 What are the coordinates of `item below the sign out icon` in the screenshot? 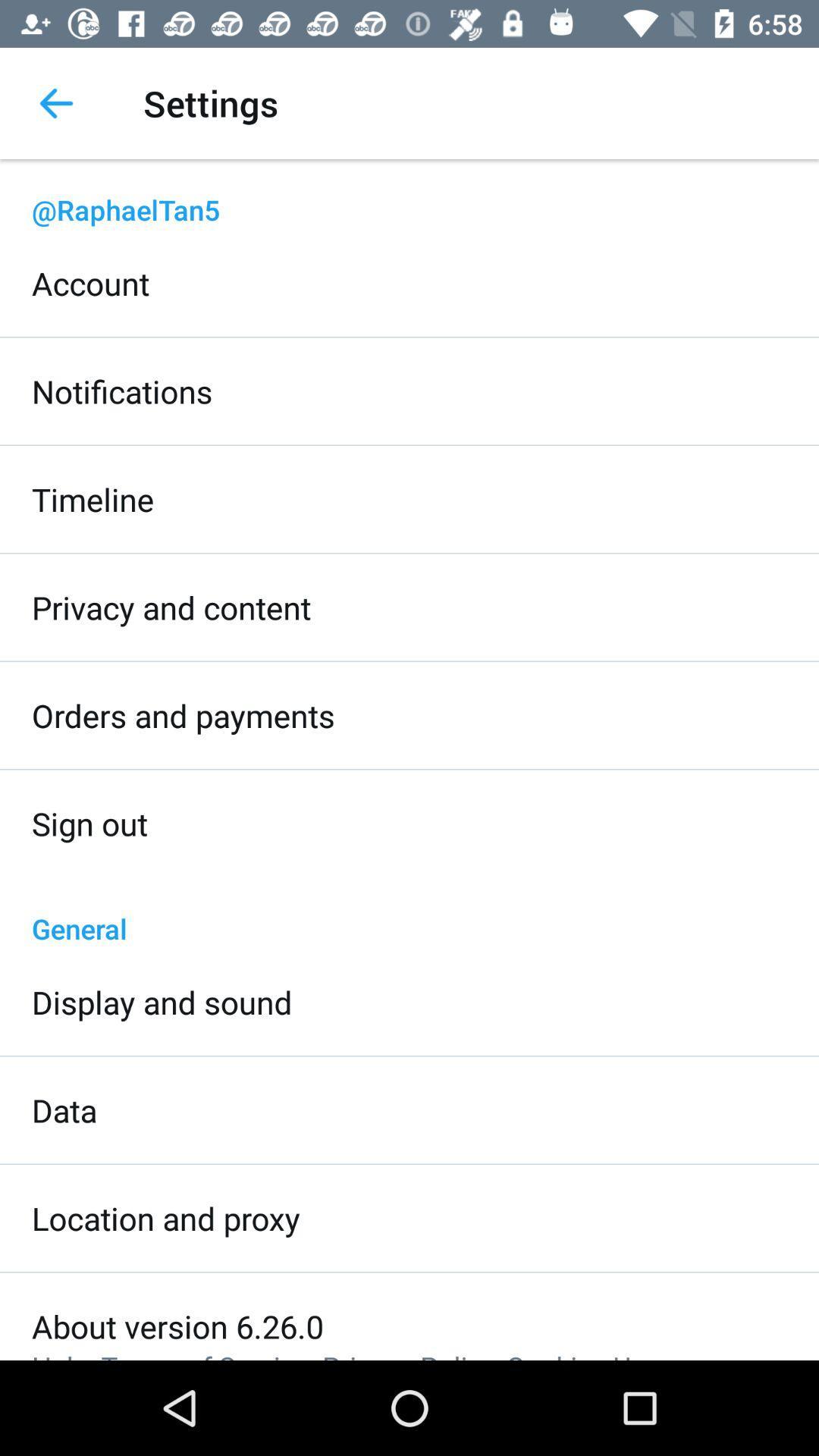 It's located at (409, 912).